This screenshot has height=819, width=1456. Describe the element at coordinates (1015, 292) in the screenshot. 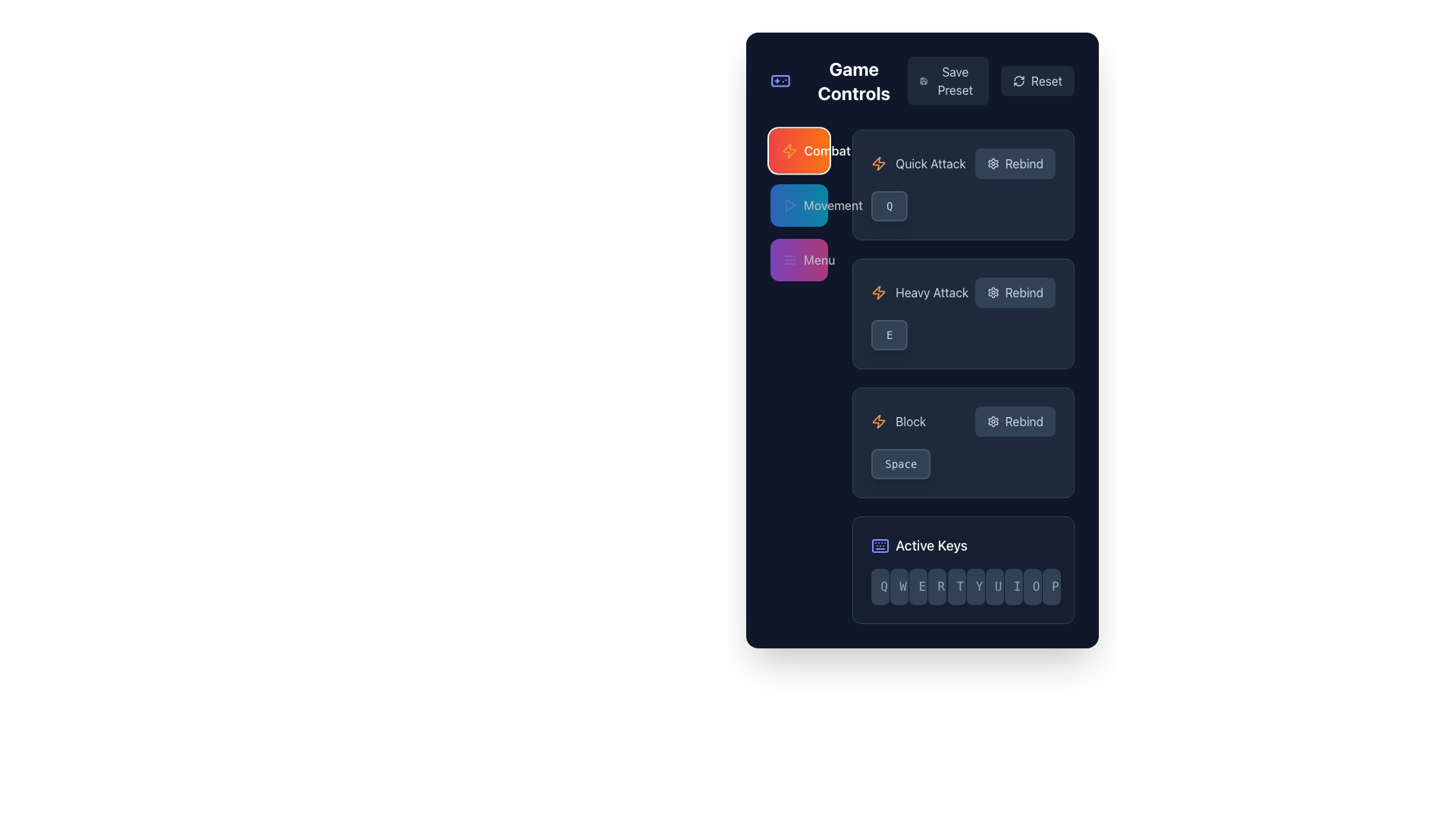

I see `the button located in the second row of the grid layout, positioned to the right of the 'E' keybinding button, to rebind the control associated with the 'Heavy Attack' action` at that location.